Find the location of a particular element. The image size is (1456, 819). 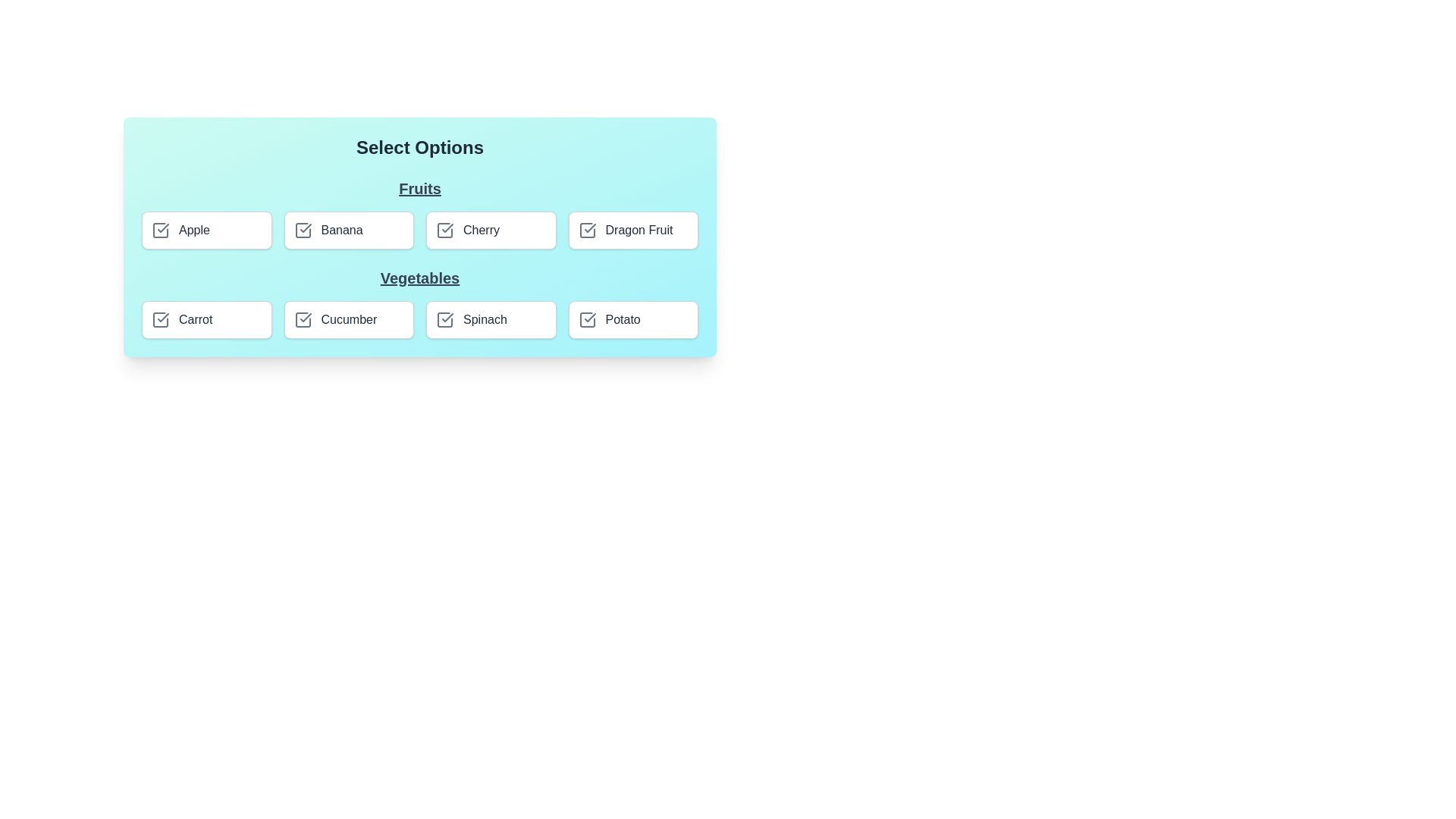

the selected state icon of the 'Apple' checkbox located in the 'Fruits' section is located at coordinates (163, 227).